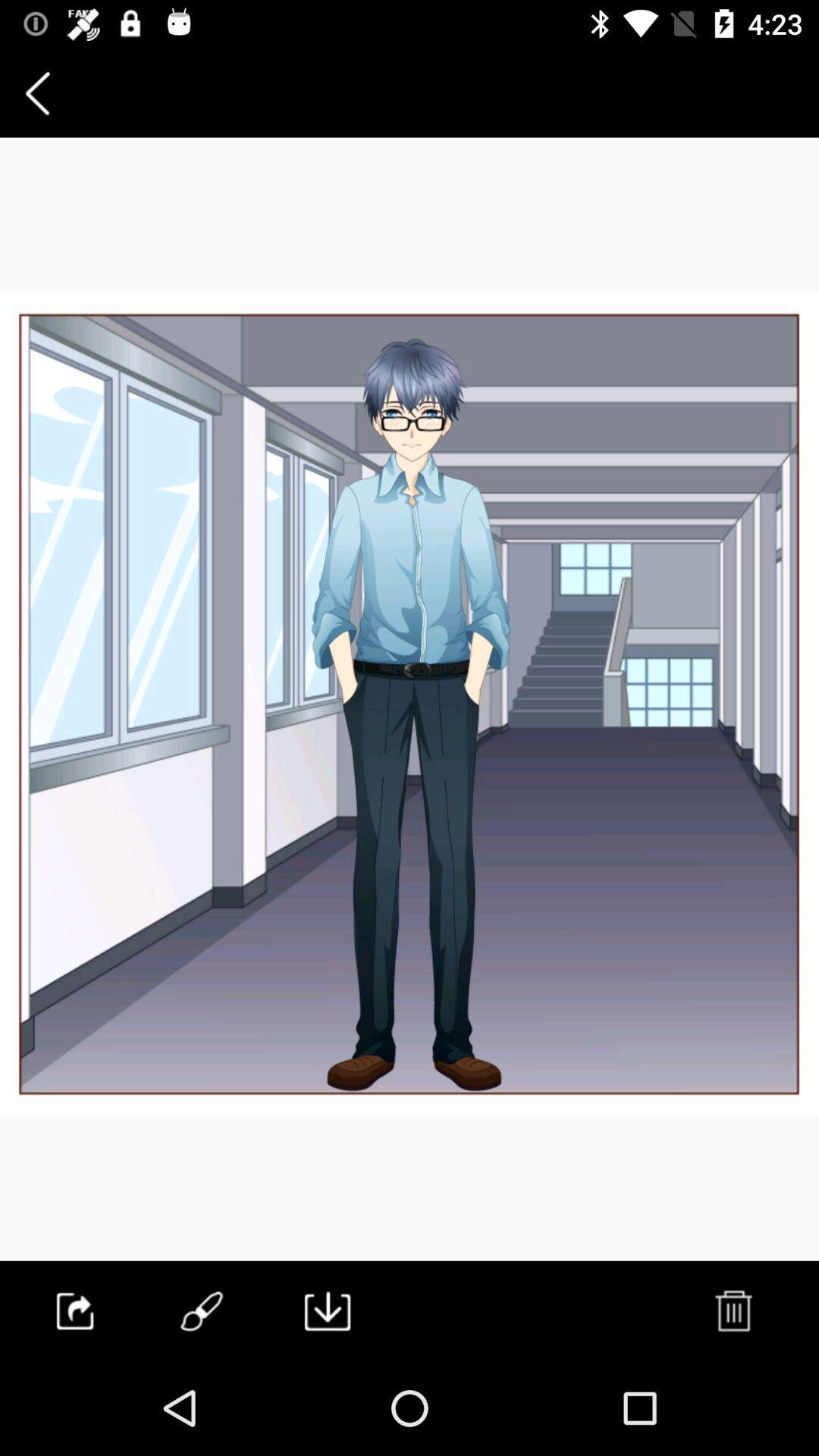 Image resolution: width=819 pixels, height=1456 pixels. Describe the element at coordinates (326, 1310) in the screenshot. I see `the file_download icon` at that location.